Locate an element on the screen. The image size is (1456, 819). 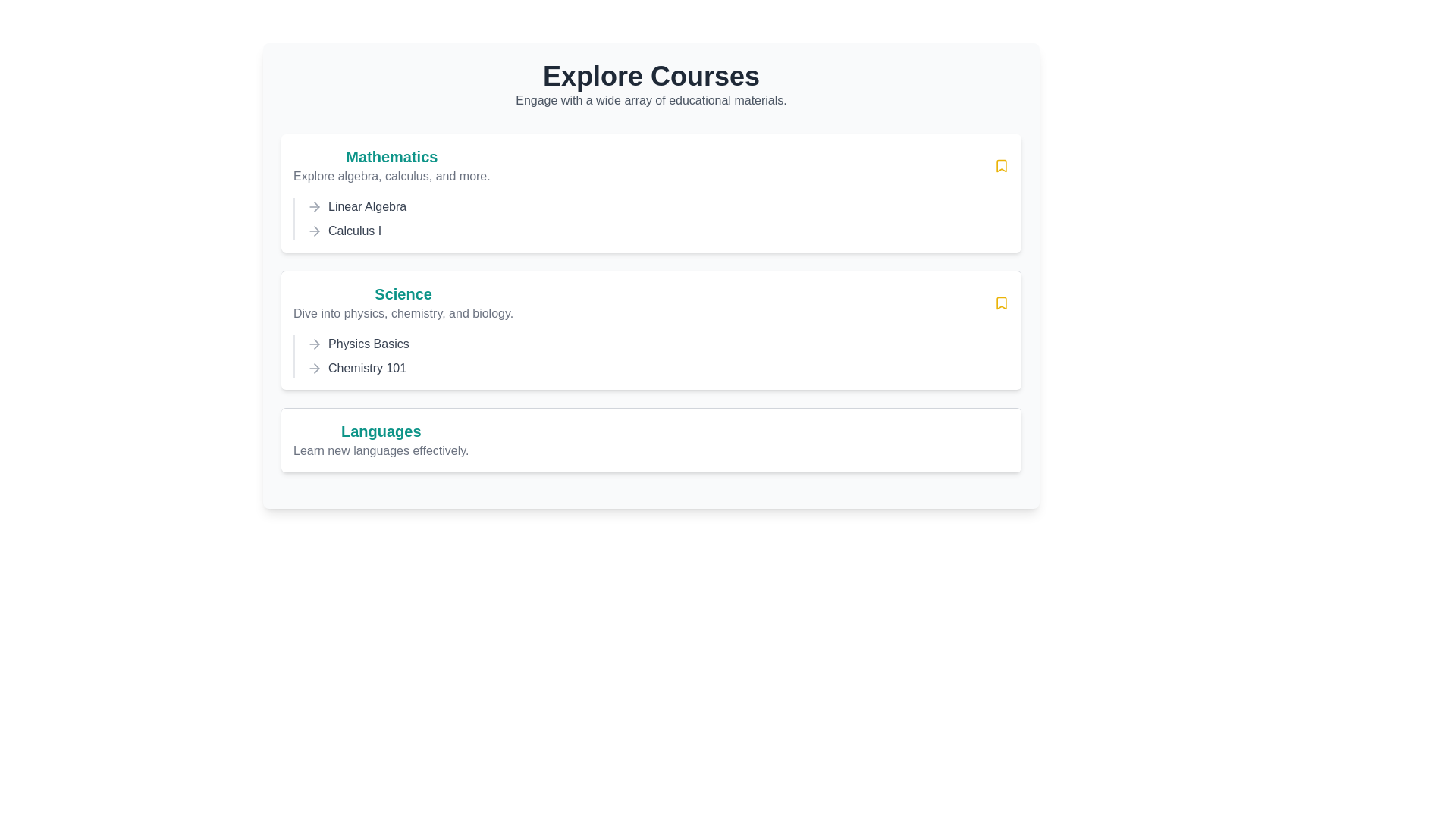
the static text element that reads 'Learn new languages effectively.' which is styled in gray and positioned below the section title 'Languages.' is located at coordinates (381, 450).